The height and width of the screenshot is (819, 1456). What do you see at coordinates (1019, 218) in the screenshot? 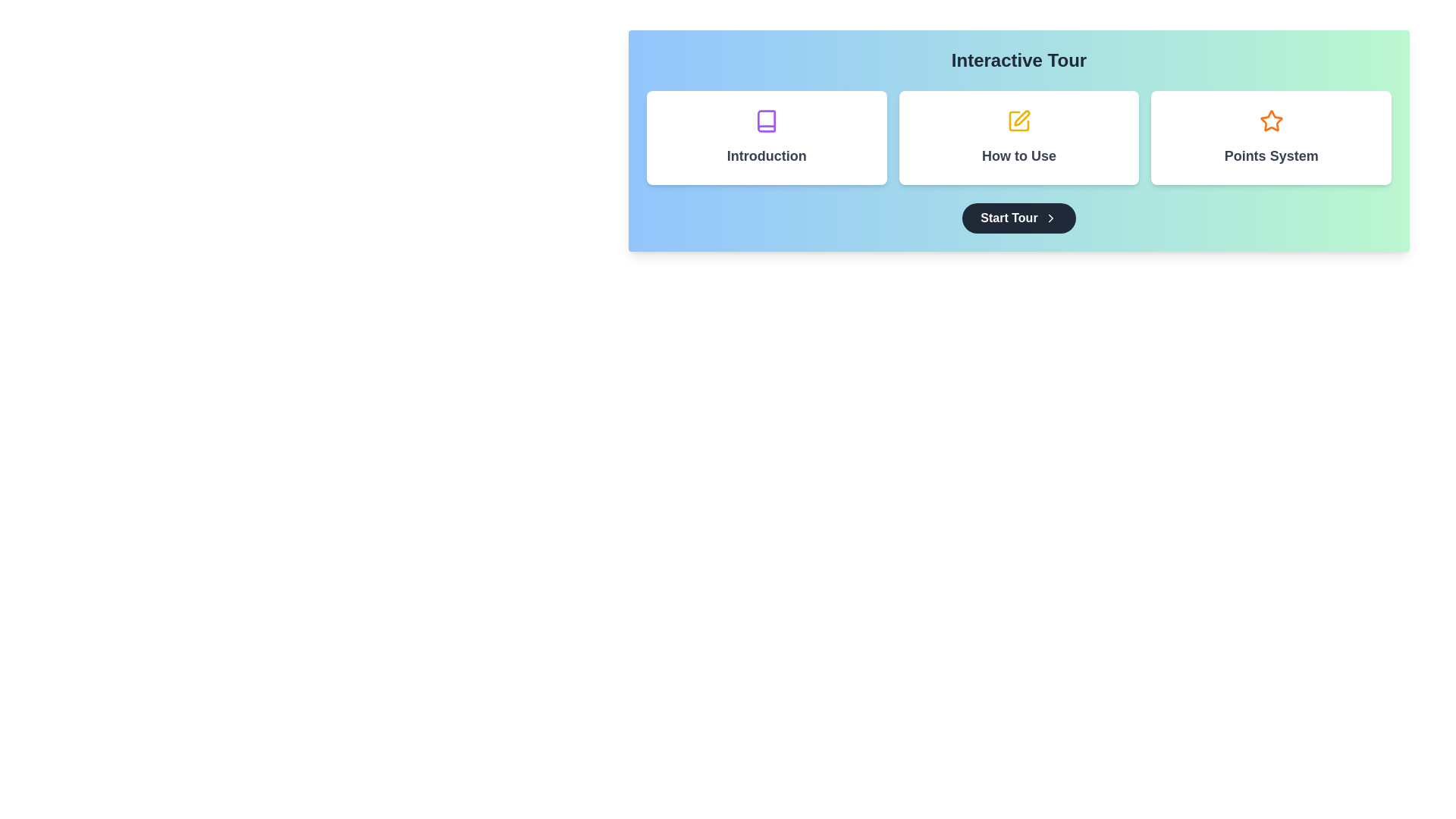
I see `the interactive tour button located below the 'Introduction', 'How to Use', and 'Points System' elements` at bounding box center [1019, 218].